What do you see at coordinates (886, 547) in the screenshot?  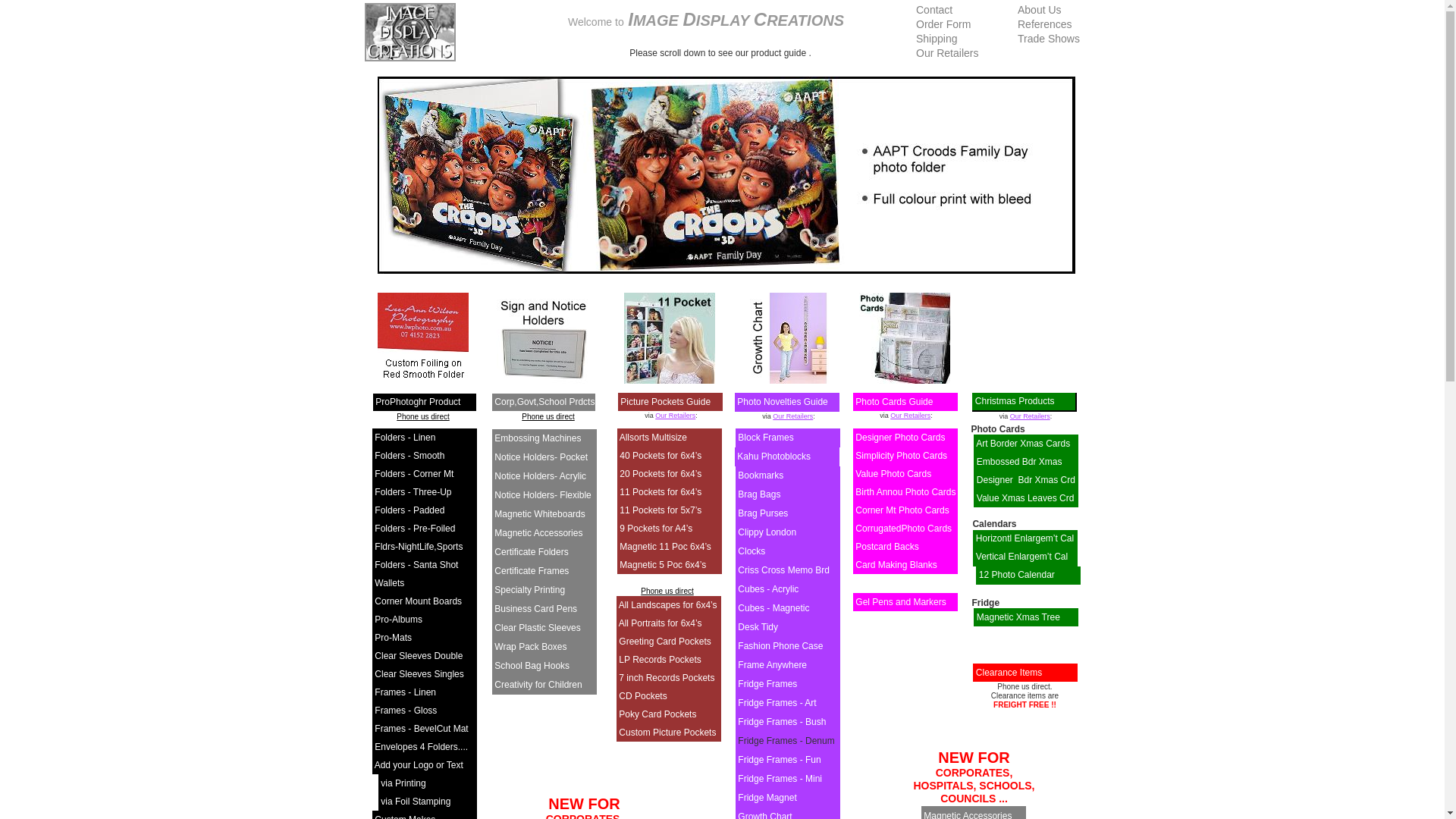 I see `'Postcard Backs'` at bounding box center [886, 547].